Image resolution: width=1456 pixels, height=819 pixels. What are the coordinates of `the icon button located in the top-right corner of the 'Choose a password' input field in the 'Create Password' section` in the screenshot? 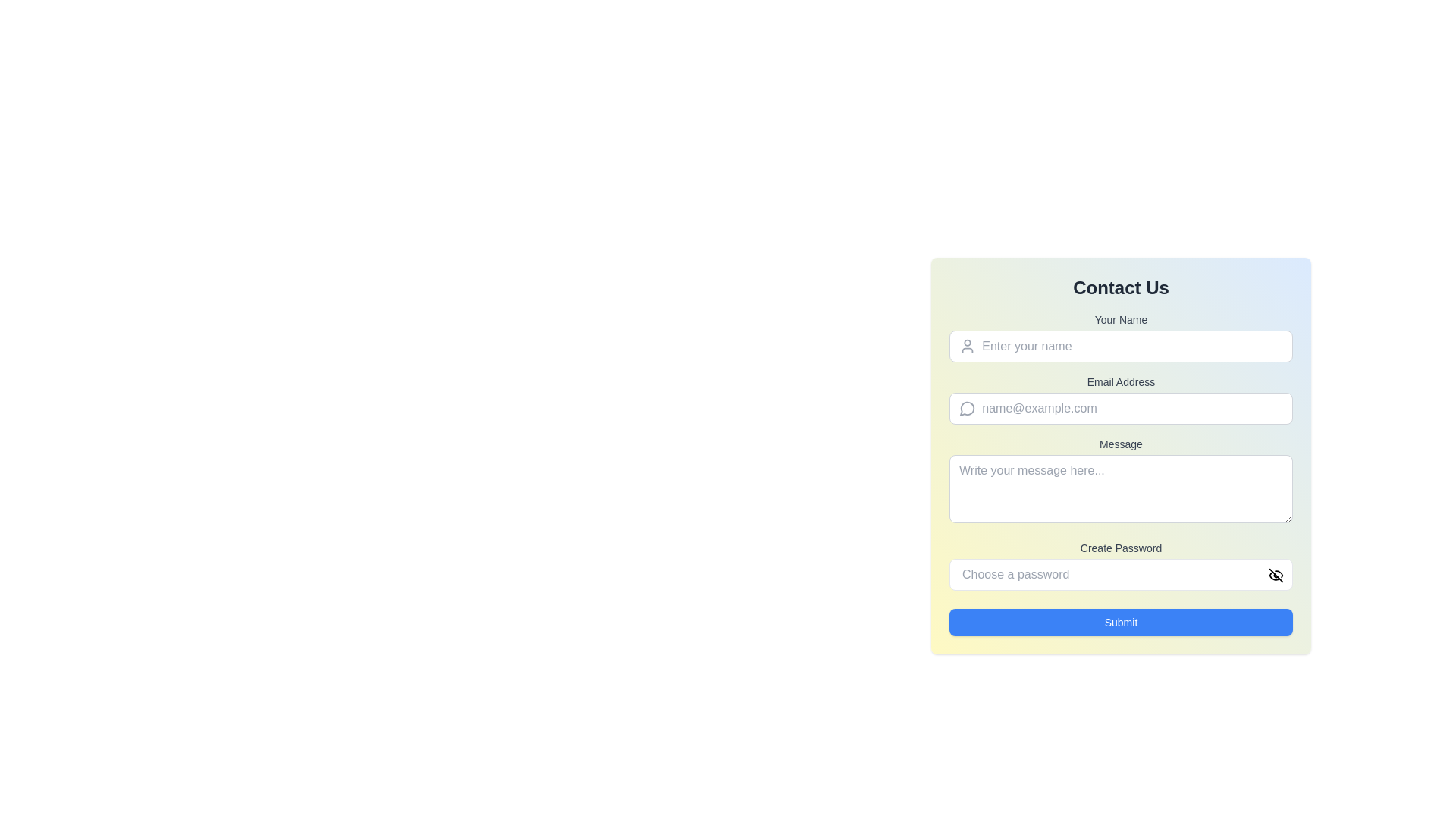 It's located at (1276, 576).